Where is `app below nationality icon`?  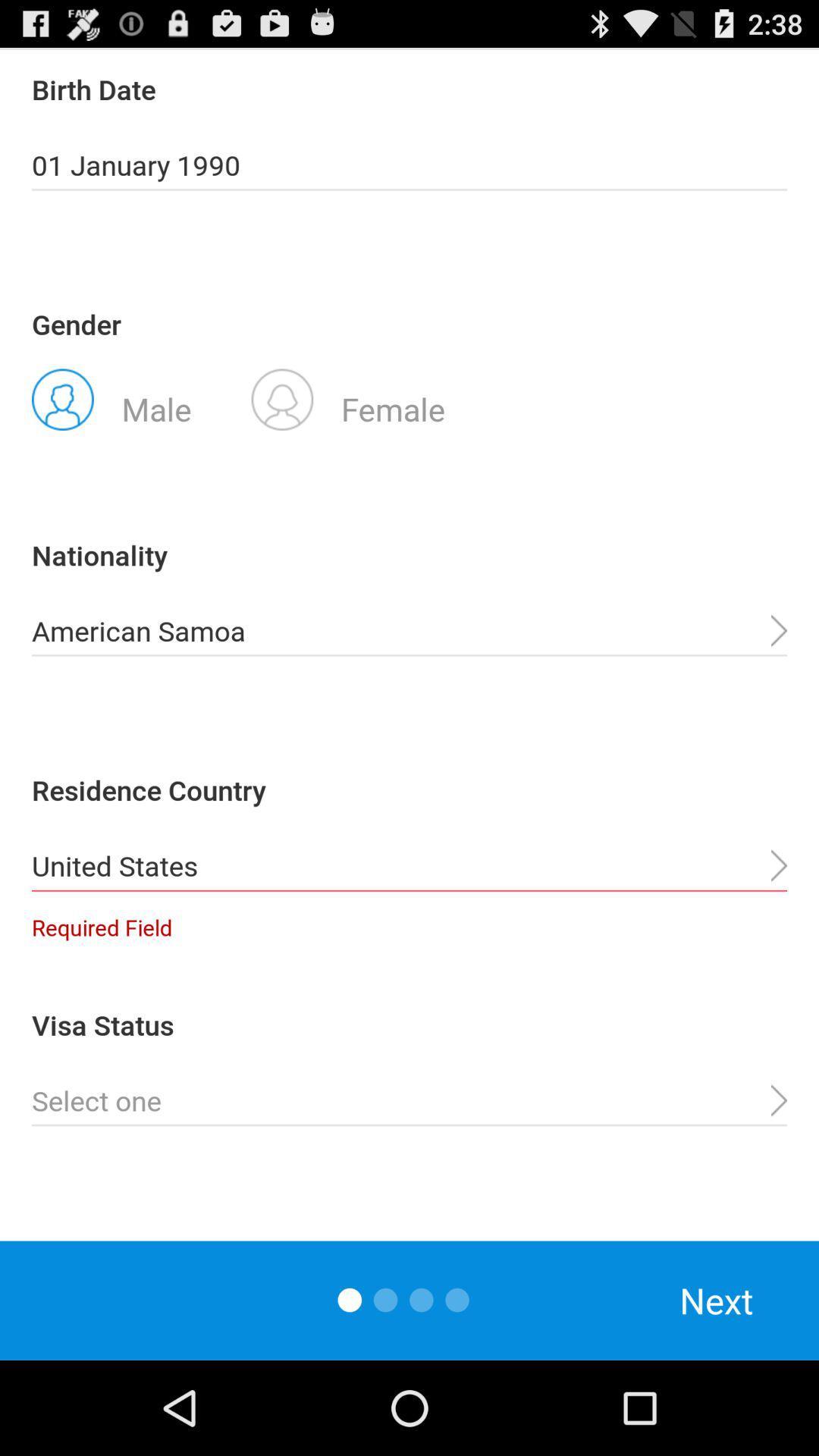 app below nationality icon is located at coordinates (409, 631).